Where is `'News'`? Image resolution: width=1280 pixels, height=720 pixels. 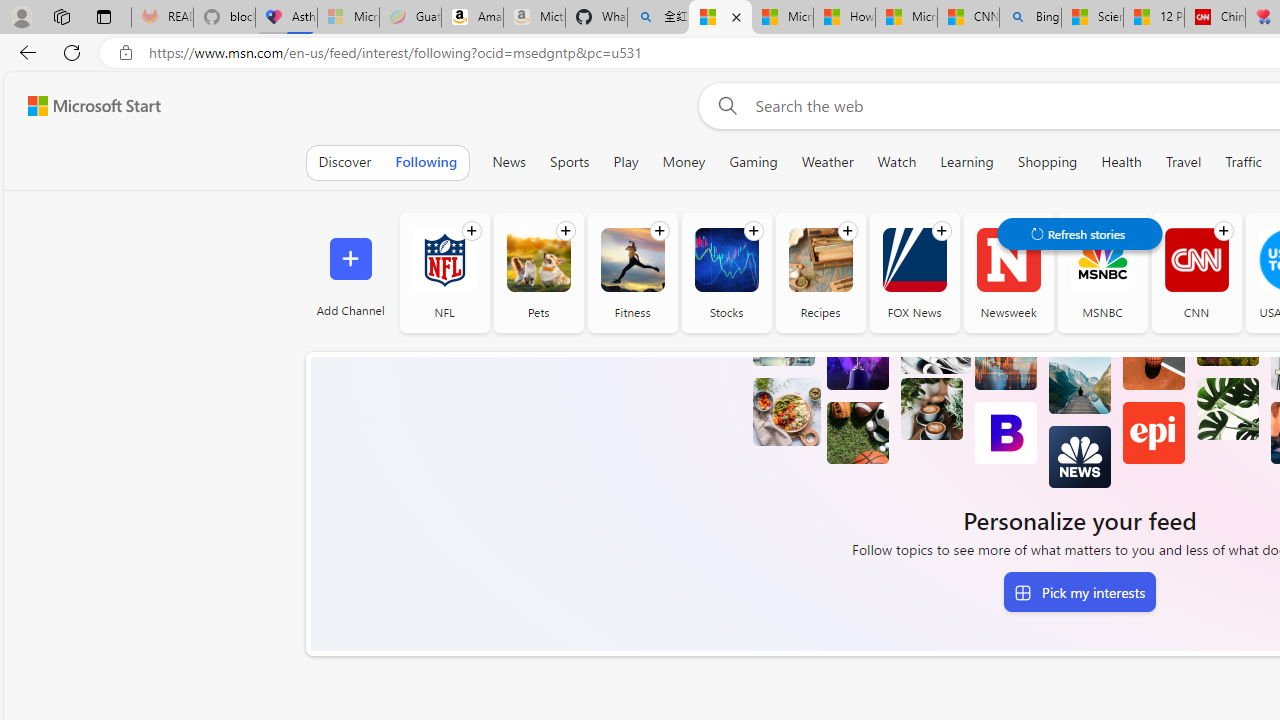
'News' is located at coordinates (508, 161).